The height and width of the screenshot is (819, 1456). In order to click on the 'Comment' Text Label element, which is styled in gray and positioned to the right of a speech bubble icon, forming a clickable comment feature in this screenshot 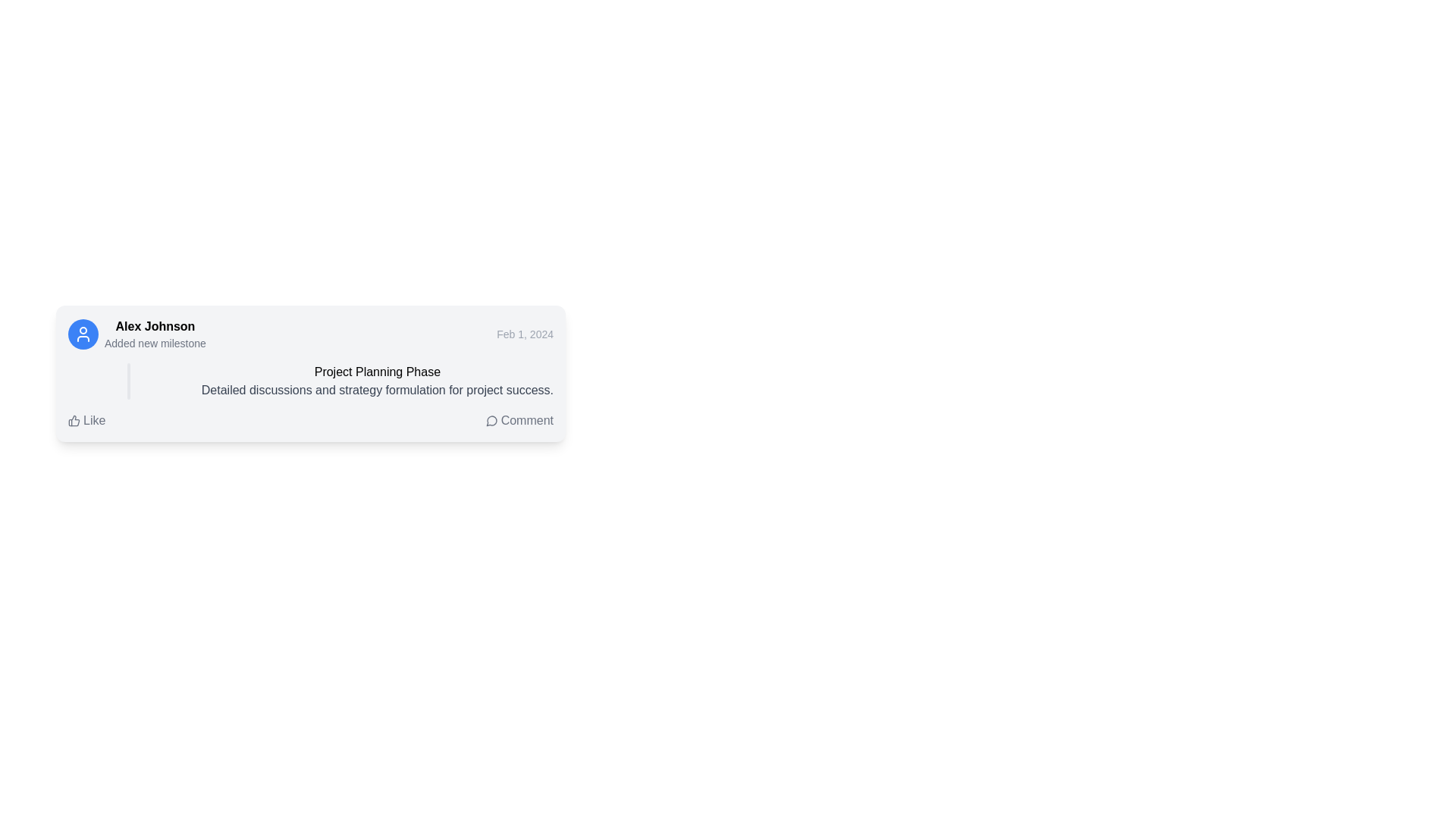, I will do `click(527, 421)`.